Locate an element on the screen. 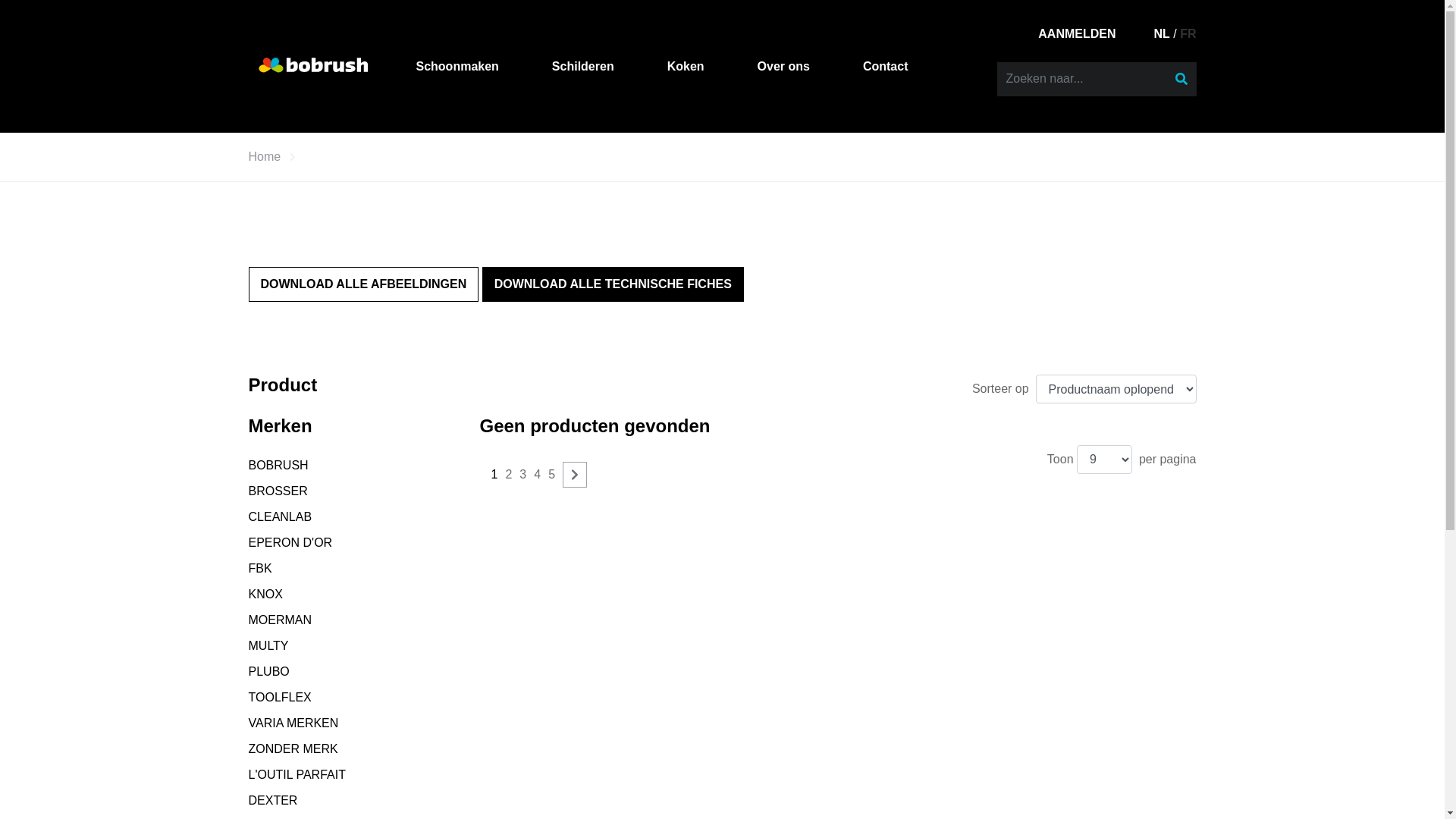 Image resolution: width=1456 pixels, height=819 pixels. '3' is located at coordinates (519, 473).